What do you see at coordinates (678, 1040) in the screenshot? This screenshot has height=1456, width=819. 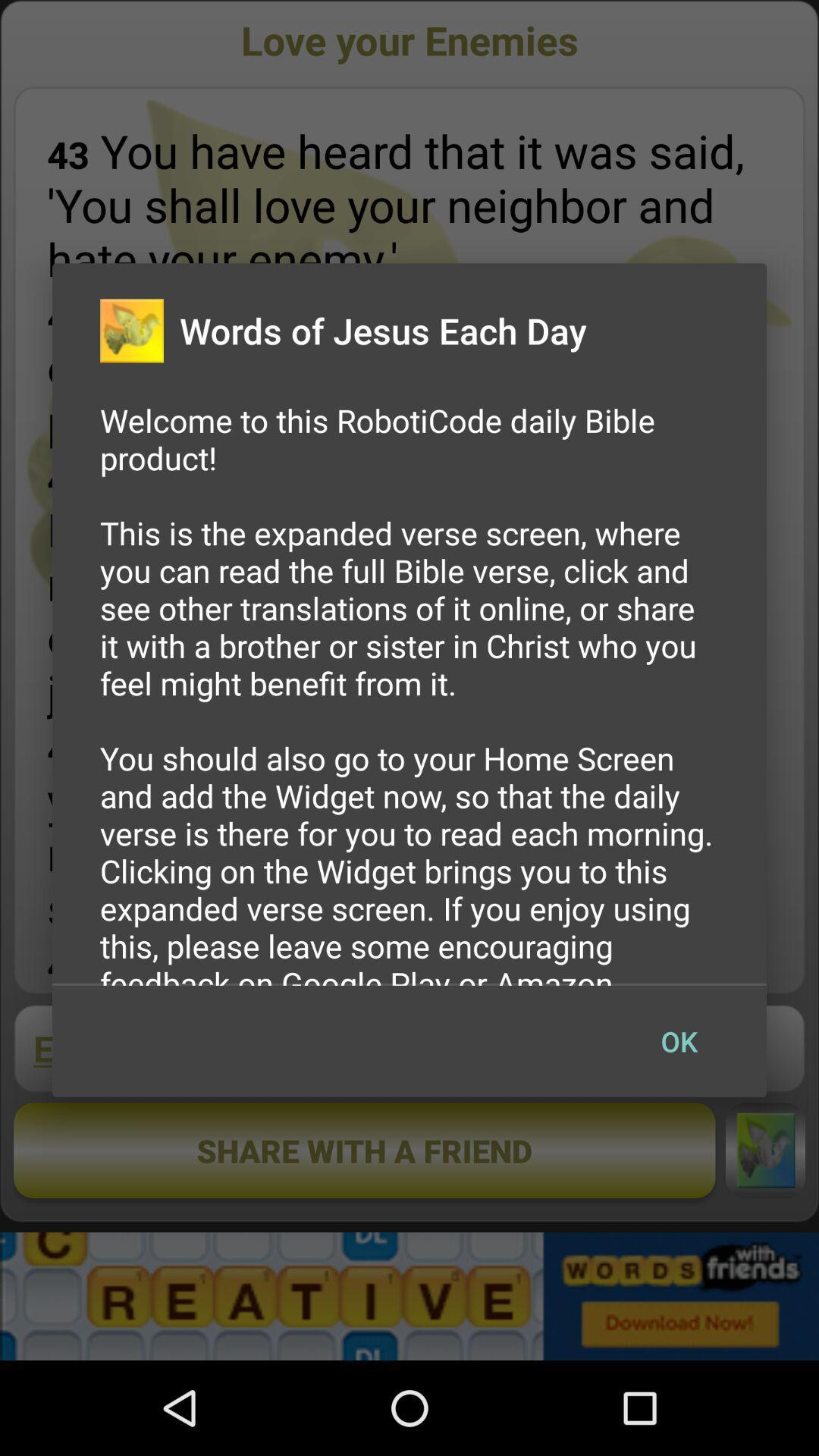 I see `the ok icon` at bounding box center [678, 1040].